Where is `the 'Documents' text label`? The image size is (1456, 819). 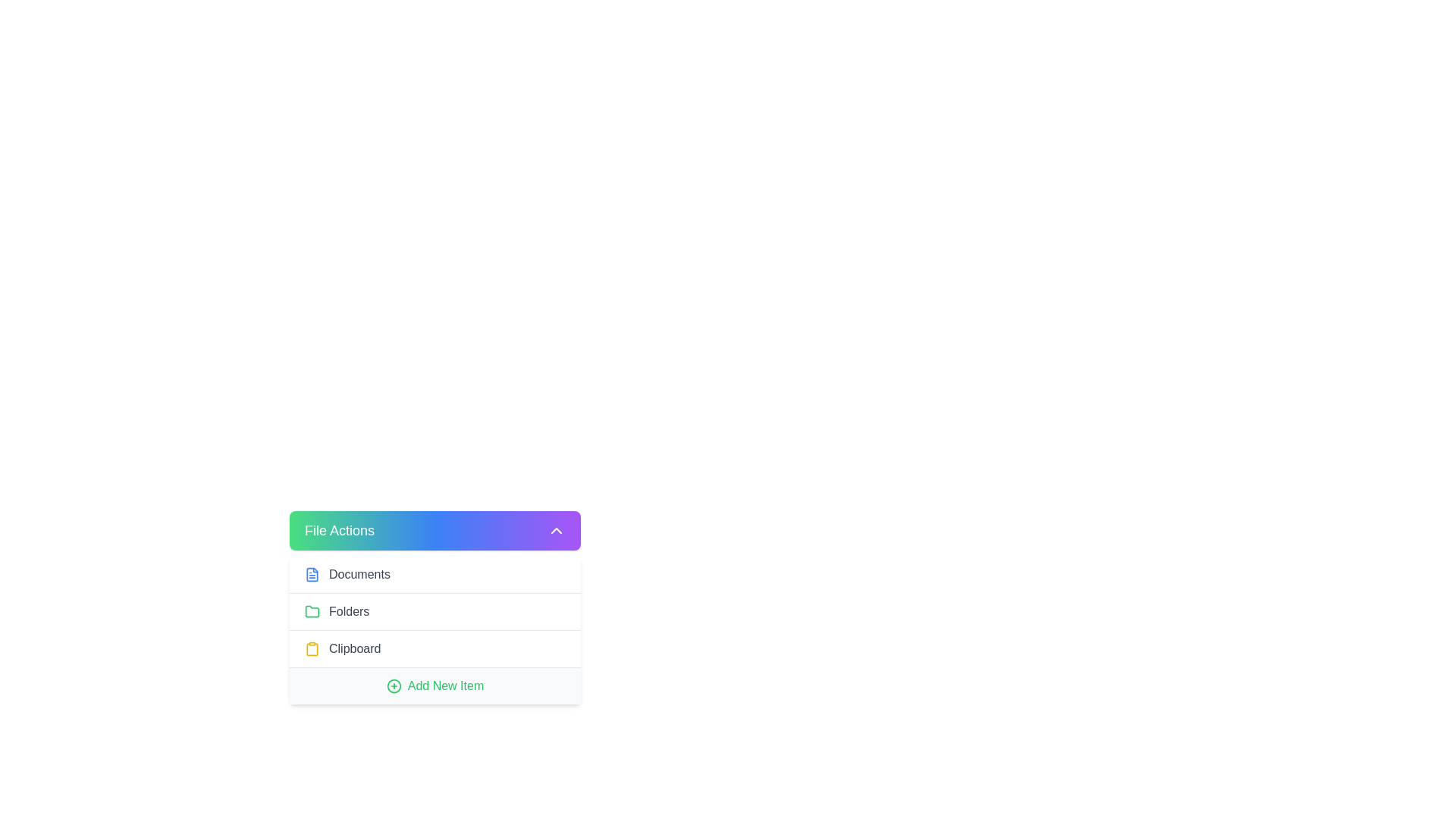
the 'Documents' text label is located at coordinates (359, 575).